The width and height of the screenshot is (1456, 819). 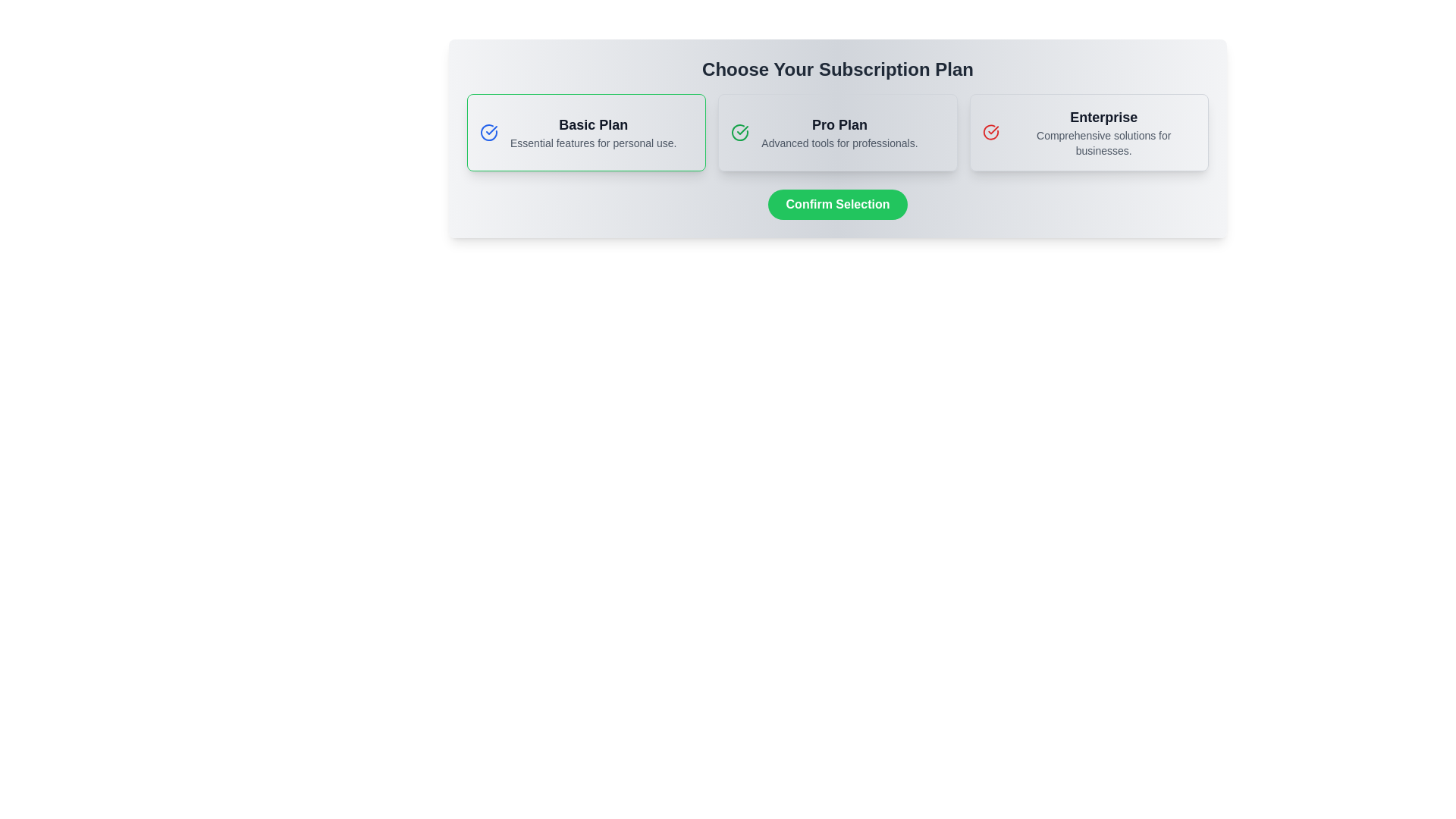 What do you see at coordinates (592, 124) in the screenshot?
I see `the 'Basic Plan' text label, which is bold and black on a light background, positioned at the top of its content card on the left side among subscription options` at bounding box center [592, 124].